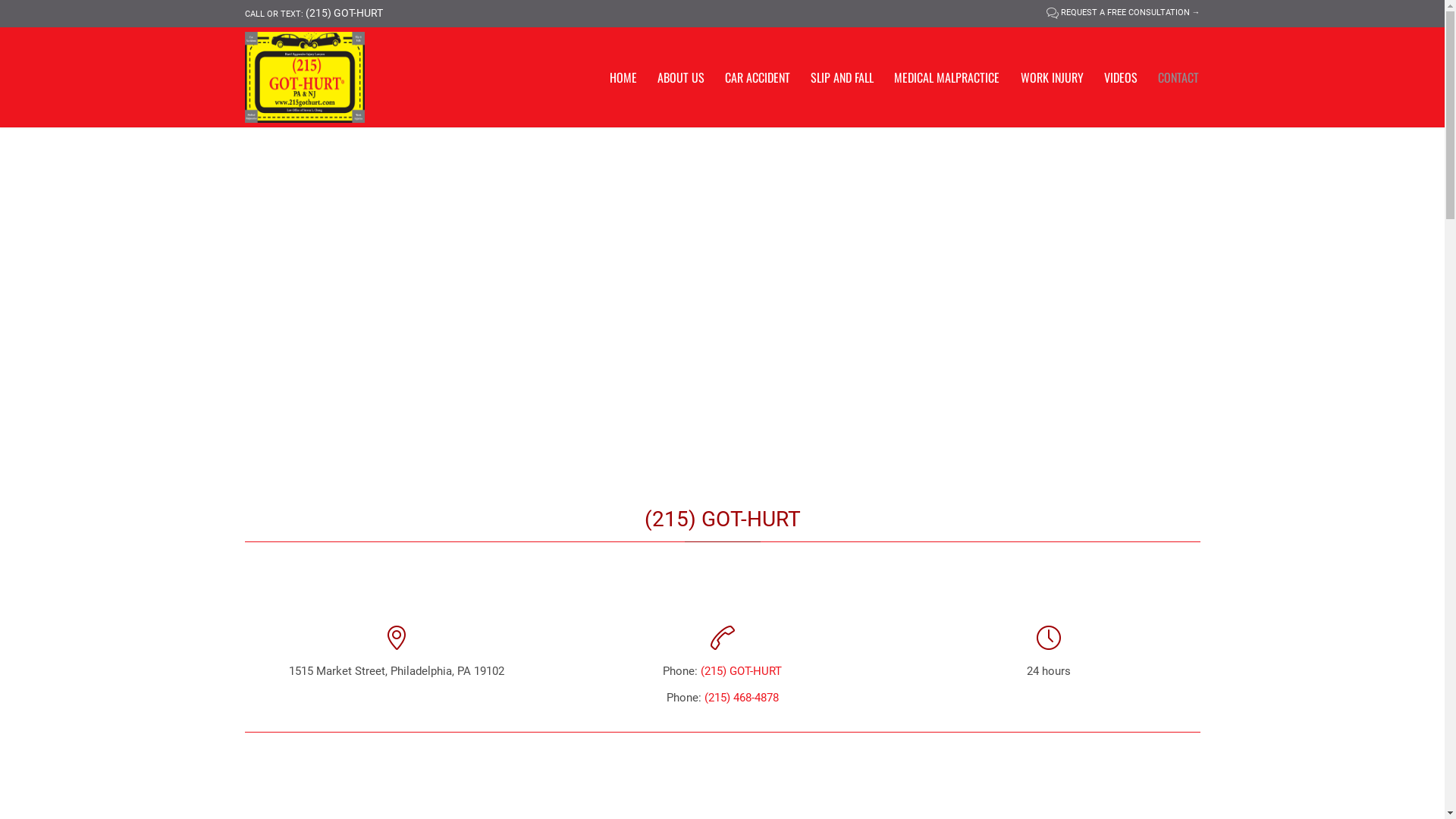 The width and height of the screenshot is (1456, 819). I want to click on 'CAR ACCIDENT', so click(716, 77).